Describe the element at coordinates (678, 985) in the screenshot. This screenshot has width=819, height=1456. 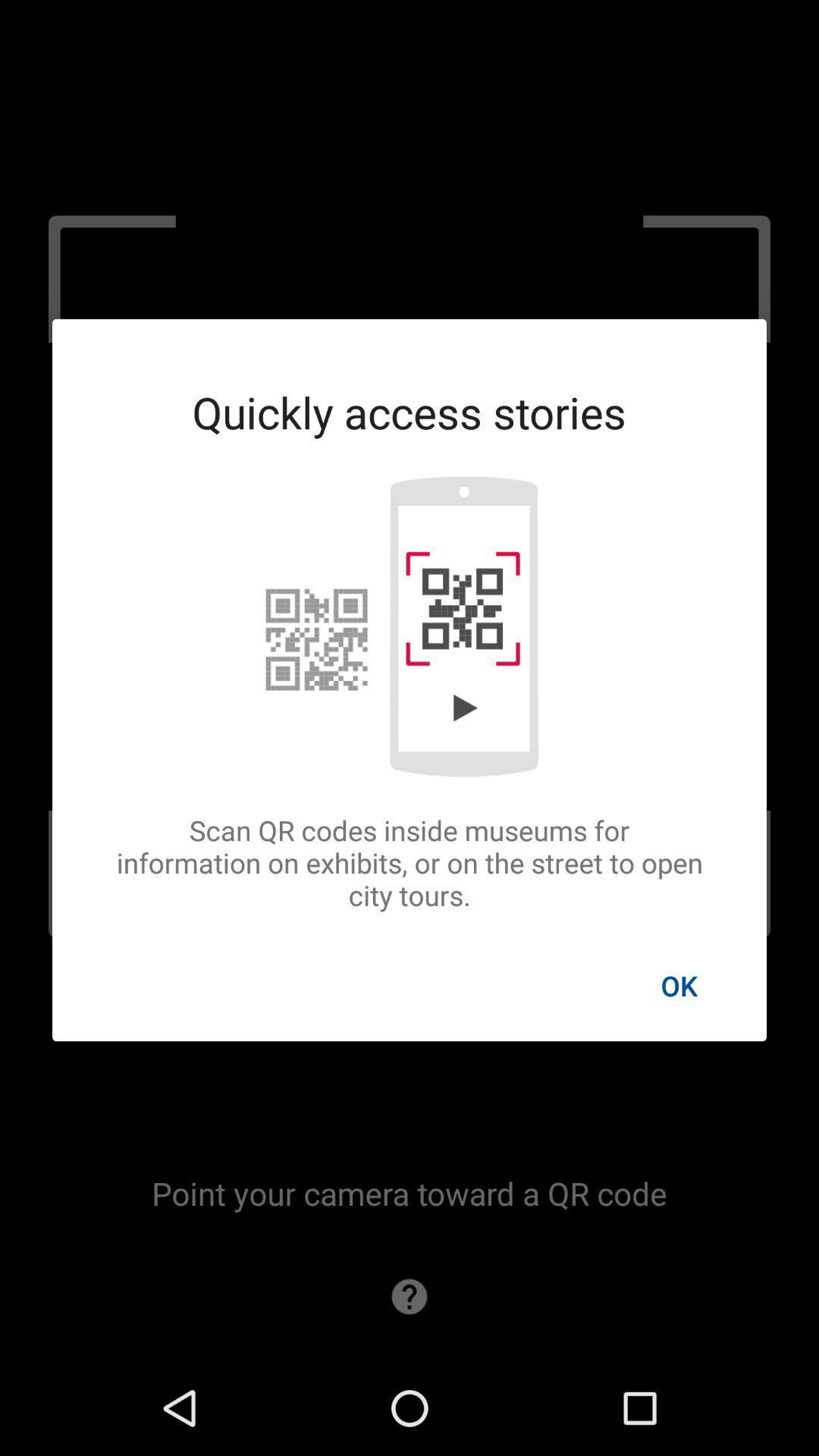
I see `the ok` at that location.